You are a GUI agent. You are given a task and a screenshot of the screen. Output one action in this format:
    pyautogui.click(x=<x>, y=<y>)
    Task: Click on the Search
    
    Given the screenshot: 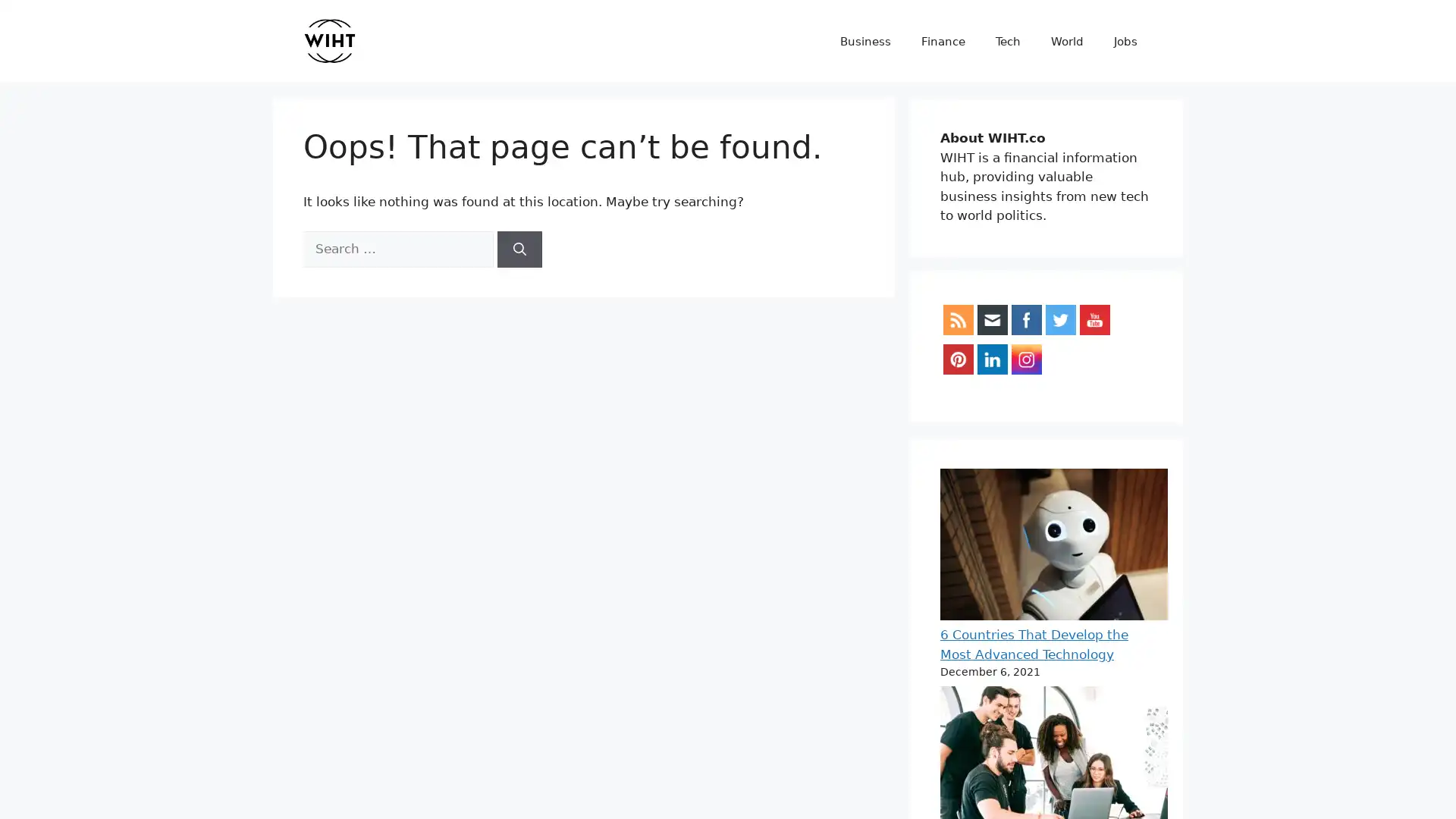 What is the action you would take?
    pyautogui.click(x=519, y=248)
    